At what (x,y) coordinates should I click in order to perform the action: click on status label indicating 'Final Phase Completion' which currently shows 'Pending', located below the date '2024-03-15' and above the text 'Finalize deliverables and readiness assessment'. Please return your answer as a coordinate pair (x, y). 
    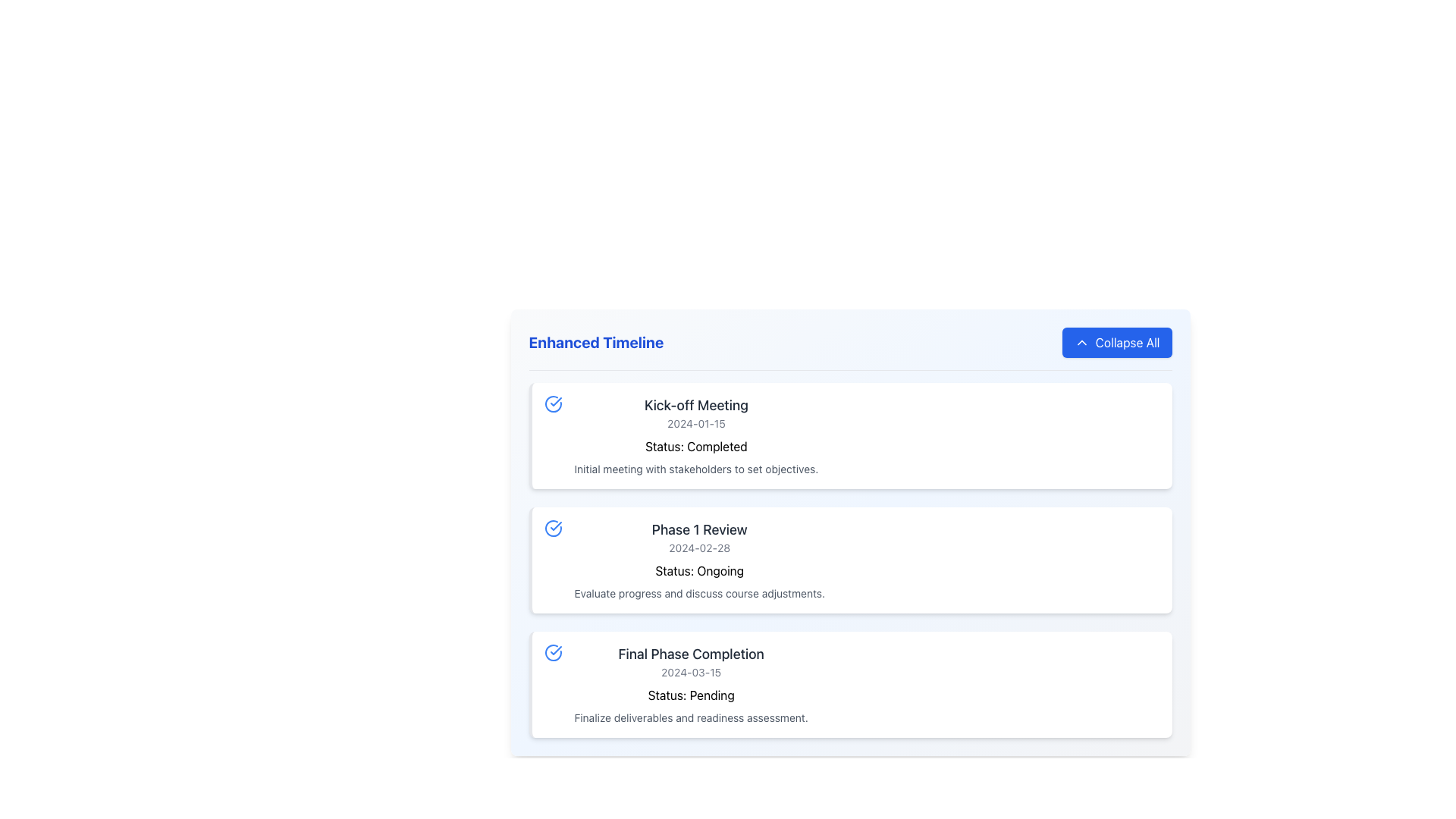
    Looking at the image, I should click on (690, 692).